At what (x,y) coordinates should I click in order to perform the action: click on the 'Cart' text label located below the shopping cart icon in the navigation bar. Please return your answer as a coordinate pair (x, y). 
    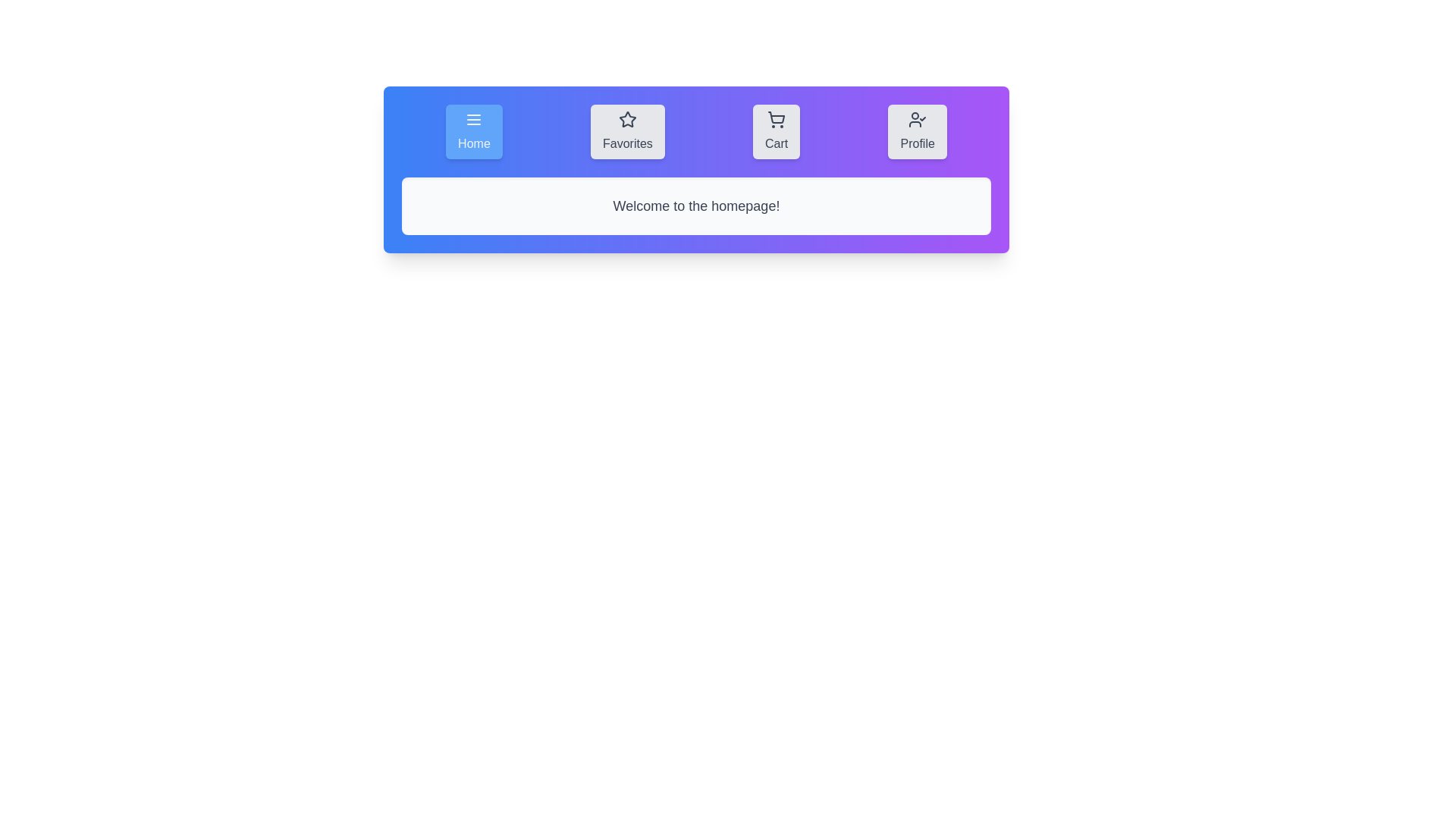
    Looking at the image, I should click on (777, 143).